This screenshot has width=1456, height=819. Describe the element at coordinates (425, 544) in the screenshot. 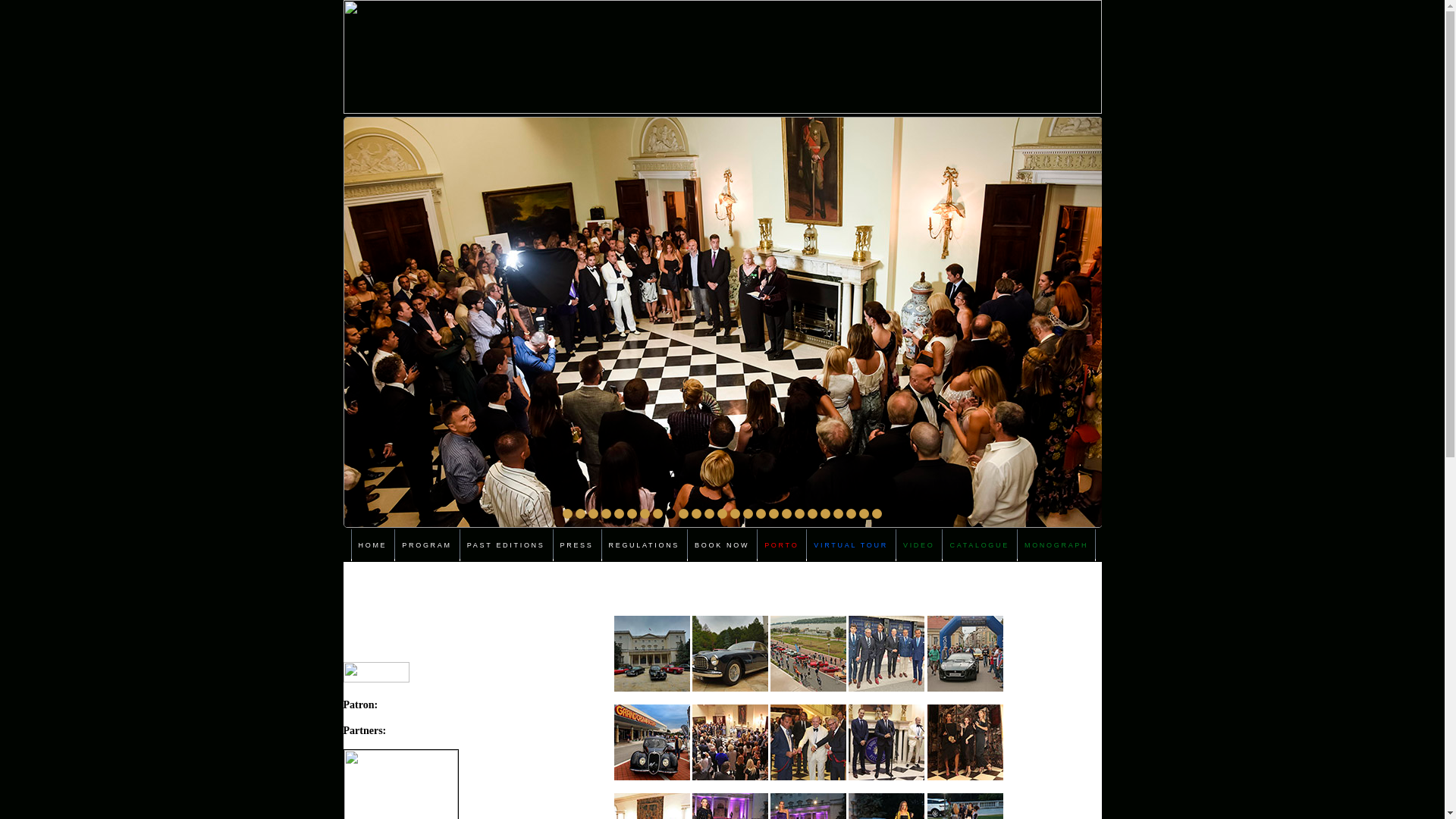

I see `'PROGRAM'` at that location.